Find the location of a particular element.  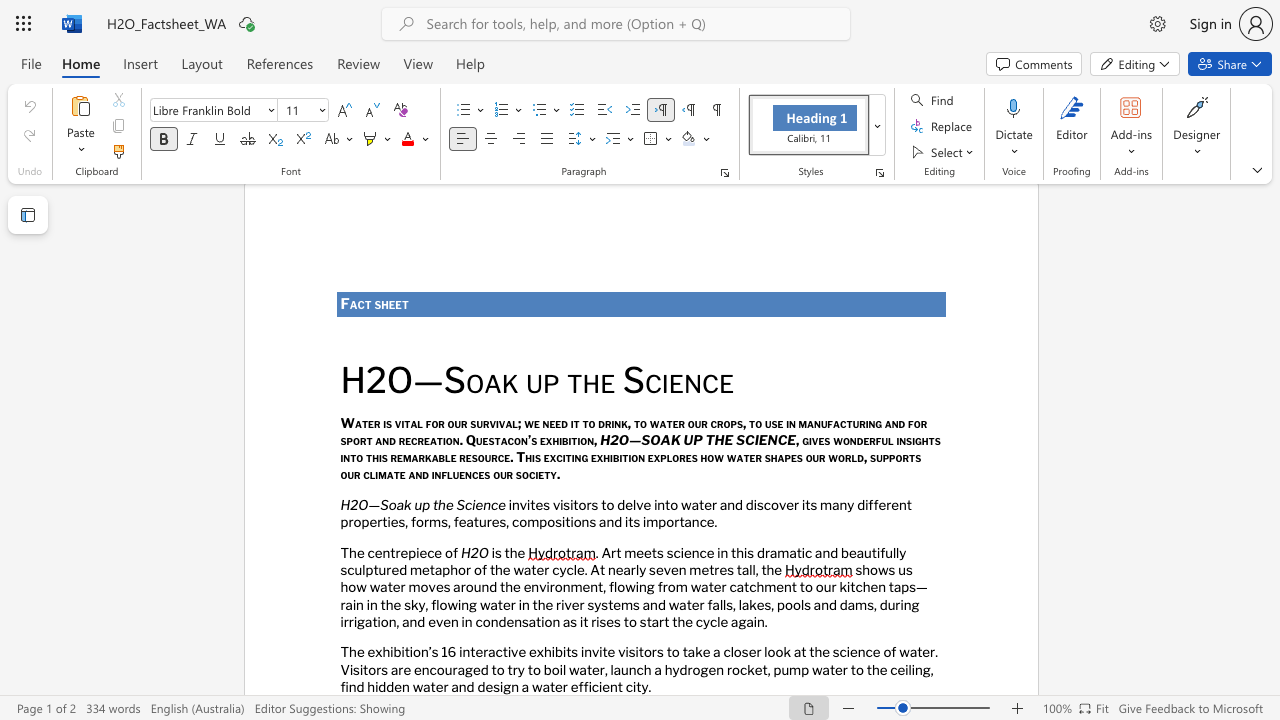

the subset text "n a water" within the text "The exhibition’s 16 interactive exhibits invite visitors to take a closer look at the science of water. Visitors are encouraged to try to boil water, launch a hydrogen rocket, pump water to the ceiling, find hidden water and design a water efficient city." is located at coordinates (511, 685).